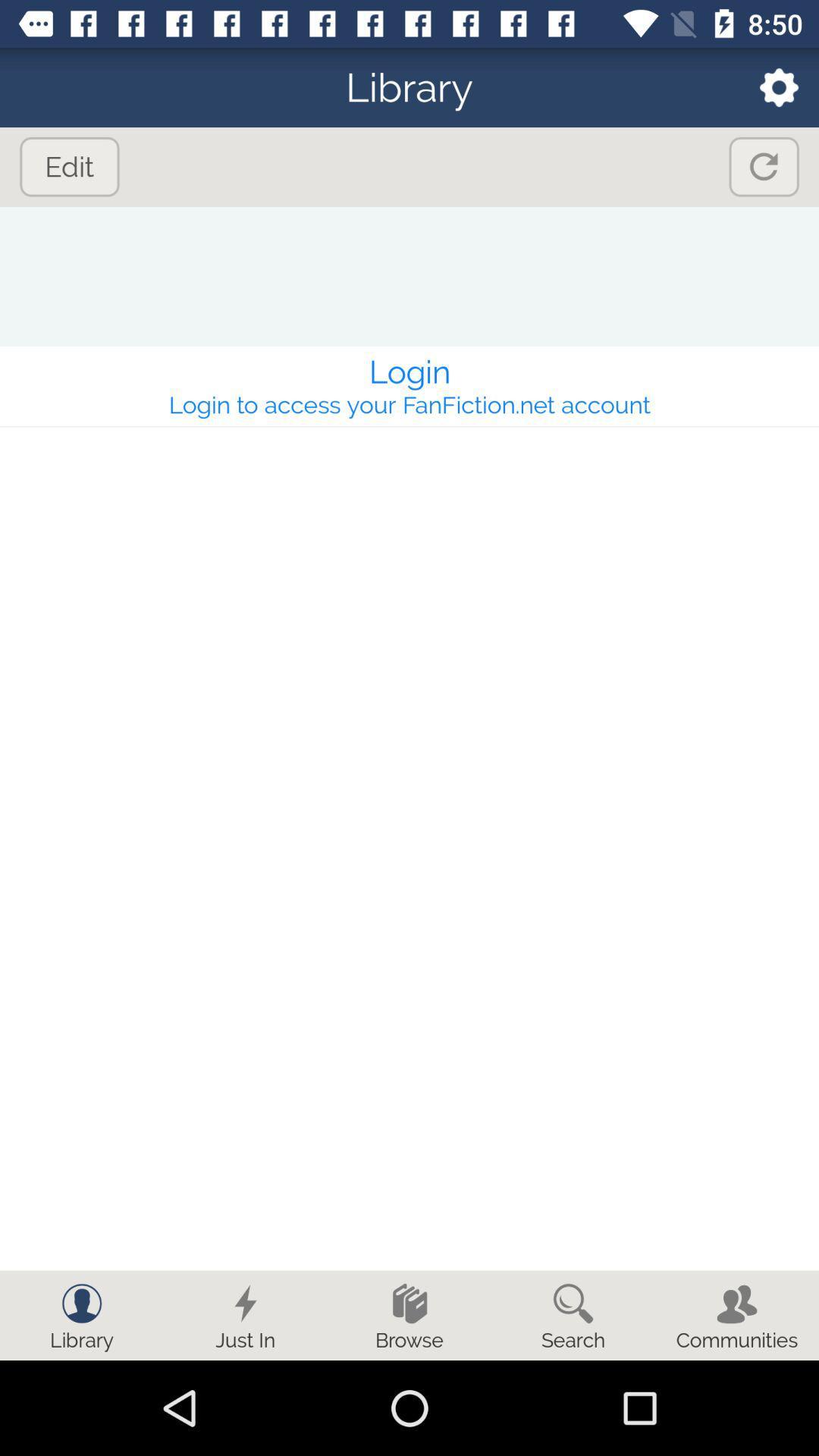 This screenshot has width=819, height=1456. What do you see at coordinates (769, 86) in the screenshot?
I see `icon to the right of library icon` at bounding box center [769, 86].